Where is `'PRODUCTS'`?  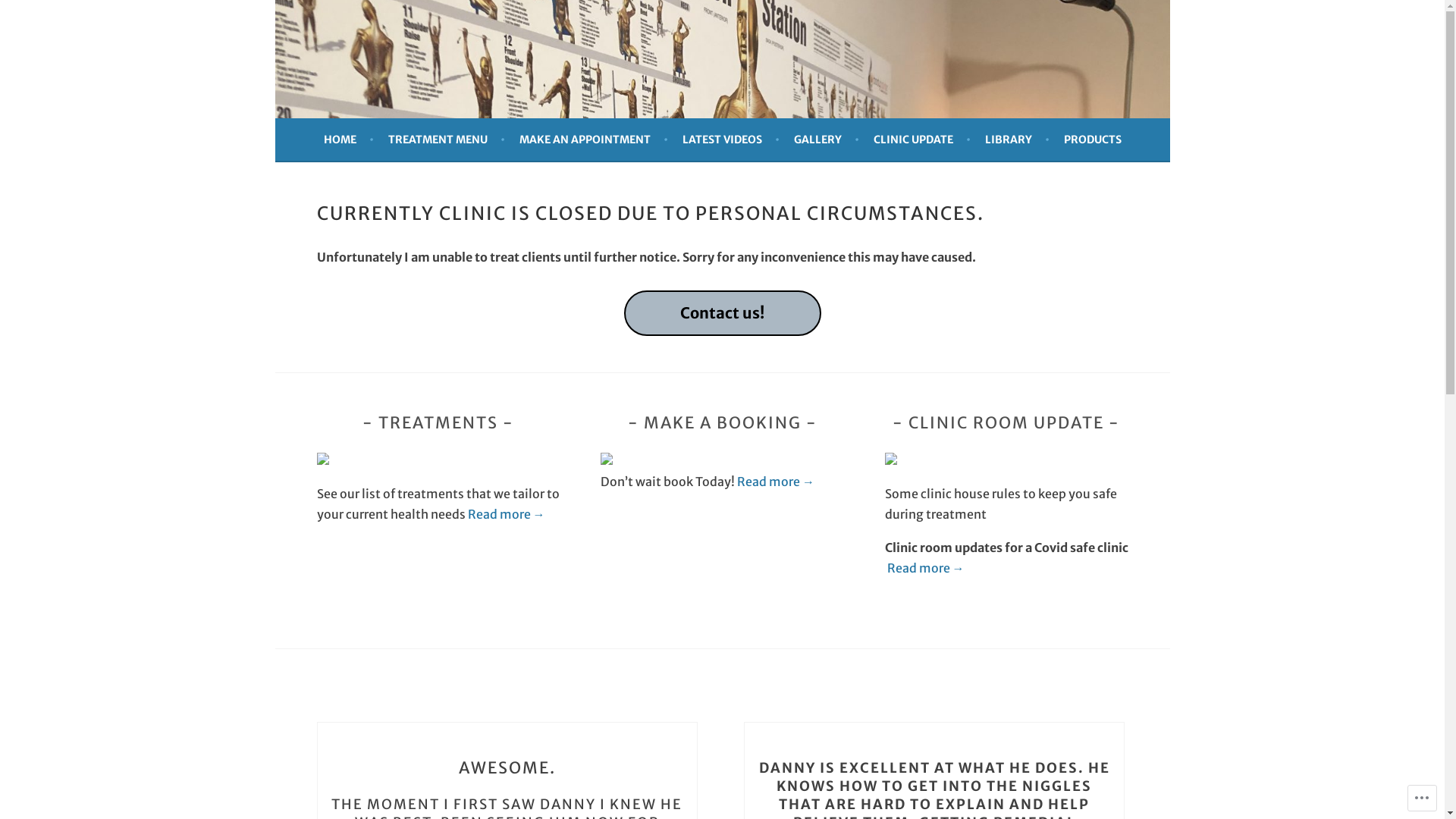 'PRODUCTS' is located at coordinates (1092, 140).